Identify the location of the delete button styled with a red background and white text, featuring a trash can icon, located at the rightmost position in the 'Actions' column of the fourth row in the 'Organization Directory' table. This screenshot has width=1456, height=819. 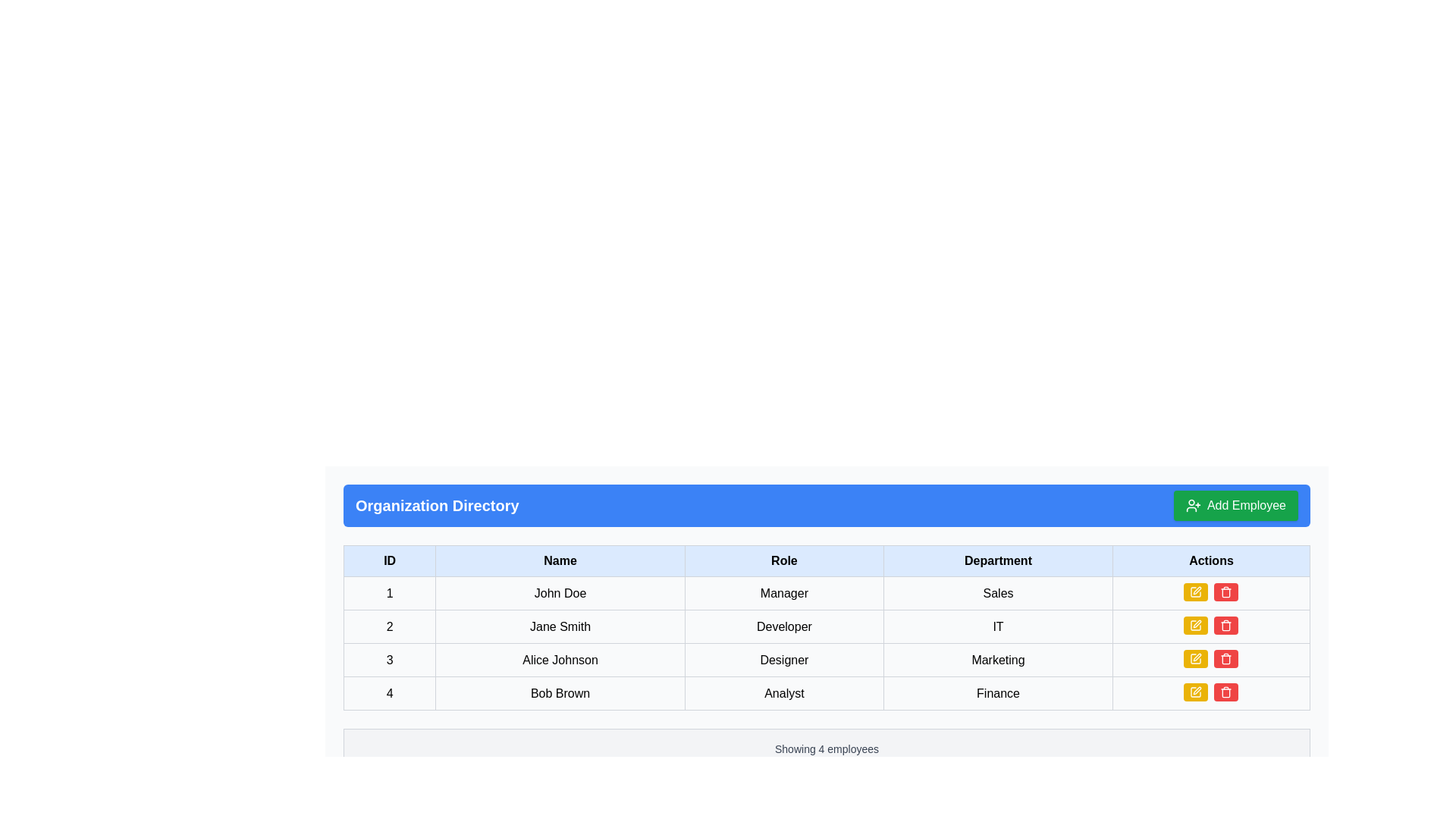
(1226, 591).